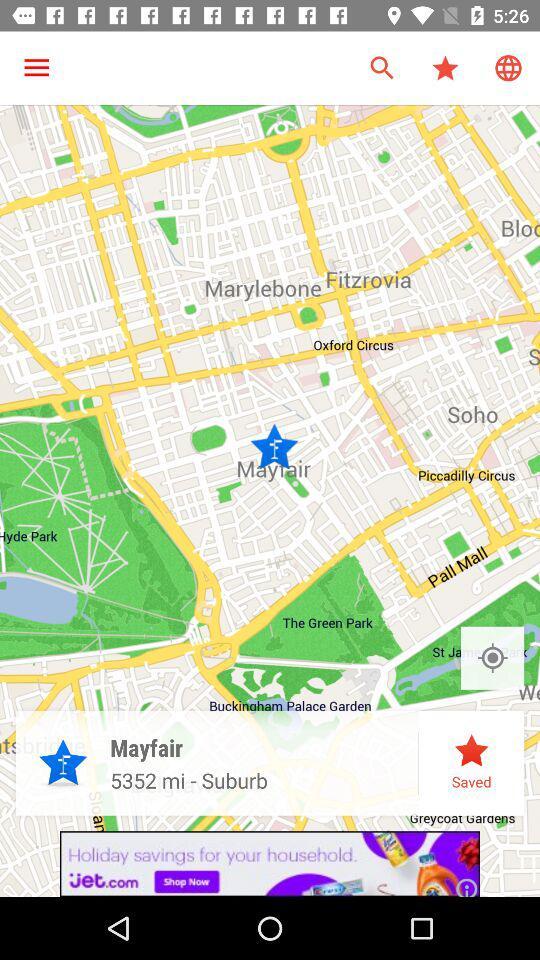 The width and height of the screenshot is (540, 960). Describe the element at coordinates (491, 657) in the screenshot. I see `move to current location` at that location.